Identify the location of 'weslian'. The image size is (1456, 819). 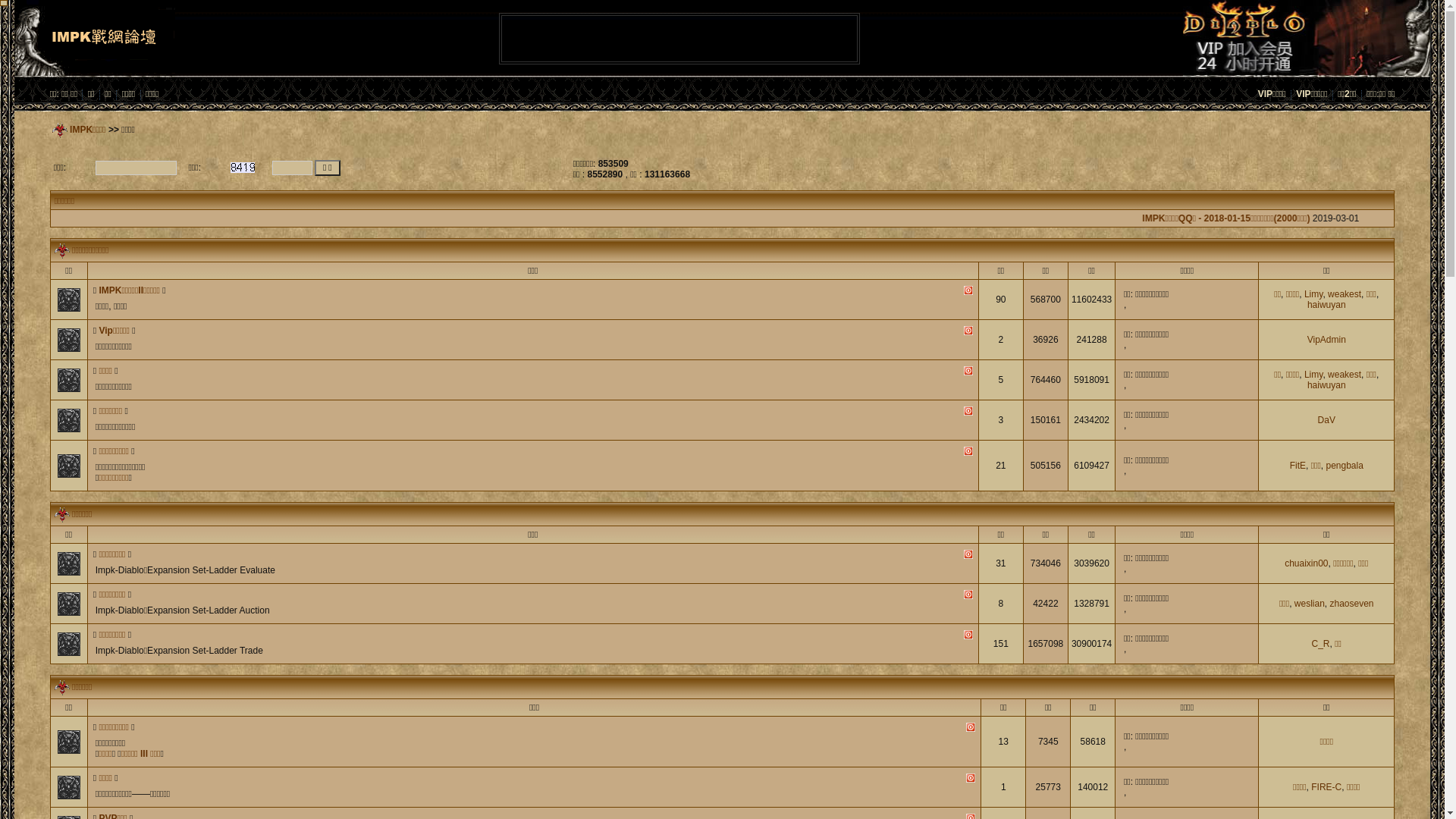
(1309, 602).